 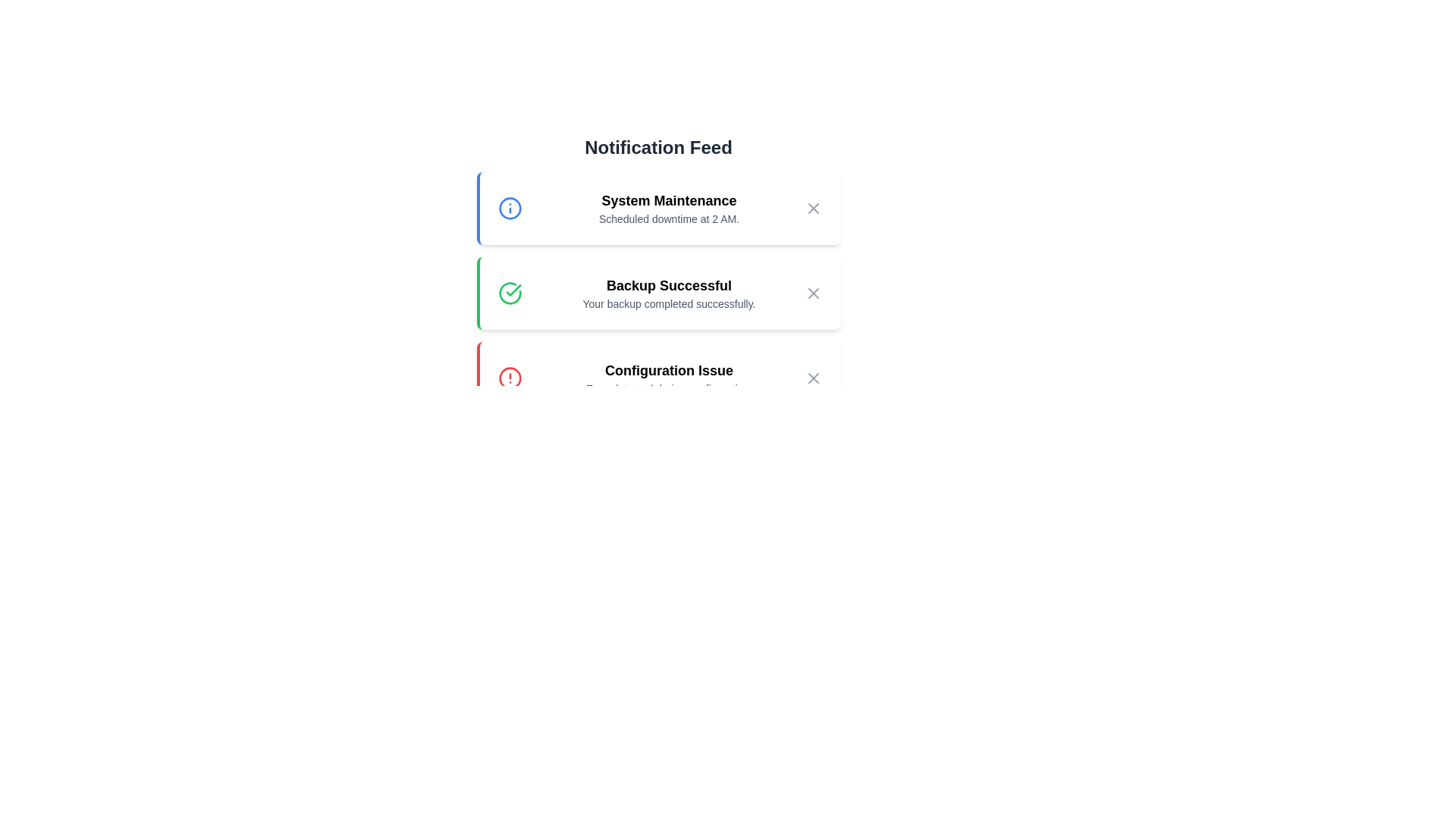 What do you see at coordinates (812, 208) in the screenshot?
I see `close button of the notification with title System Maintenance` at bounding box center [812, 208].